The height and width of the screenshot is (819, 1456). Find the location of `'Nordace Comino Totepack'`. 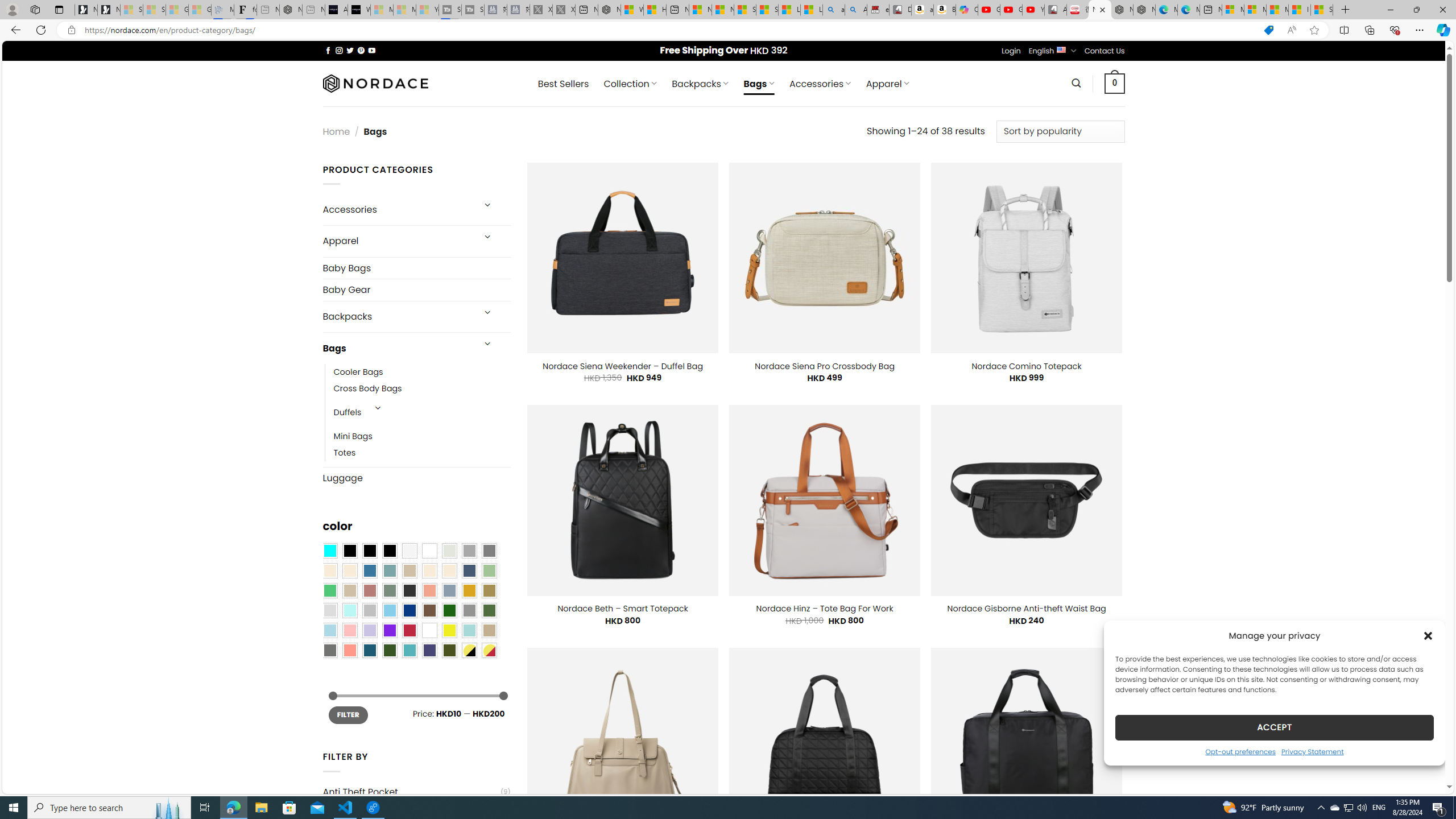

'Nordace Comino Totepack' is located at coordinates (1025, 366).